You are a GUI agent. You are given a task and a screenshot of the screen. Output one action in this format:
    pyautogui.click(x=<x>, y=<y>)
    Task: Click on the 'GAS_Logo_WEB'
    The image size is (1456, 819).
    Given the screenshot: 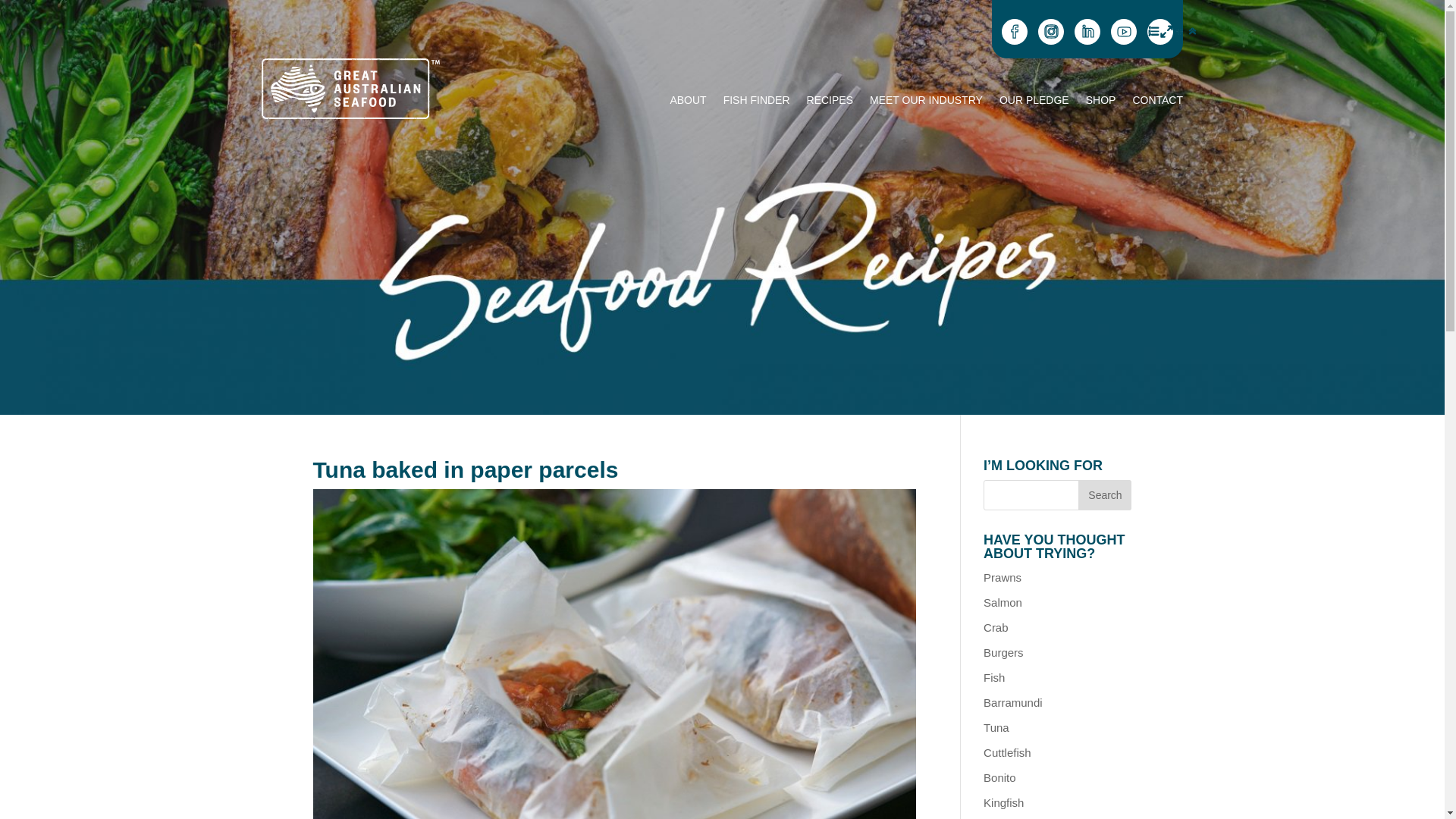 What is the action you would take?
    pyautogui.click(x=350, y=88)
    